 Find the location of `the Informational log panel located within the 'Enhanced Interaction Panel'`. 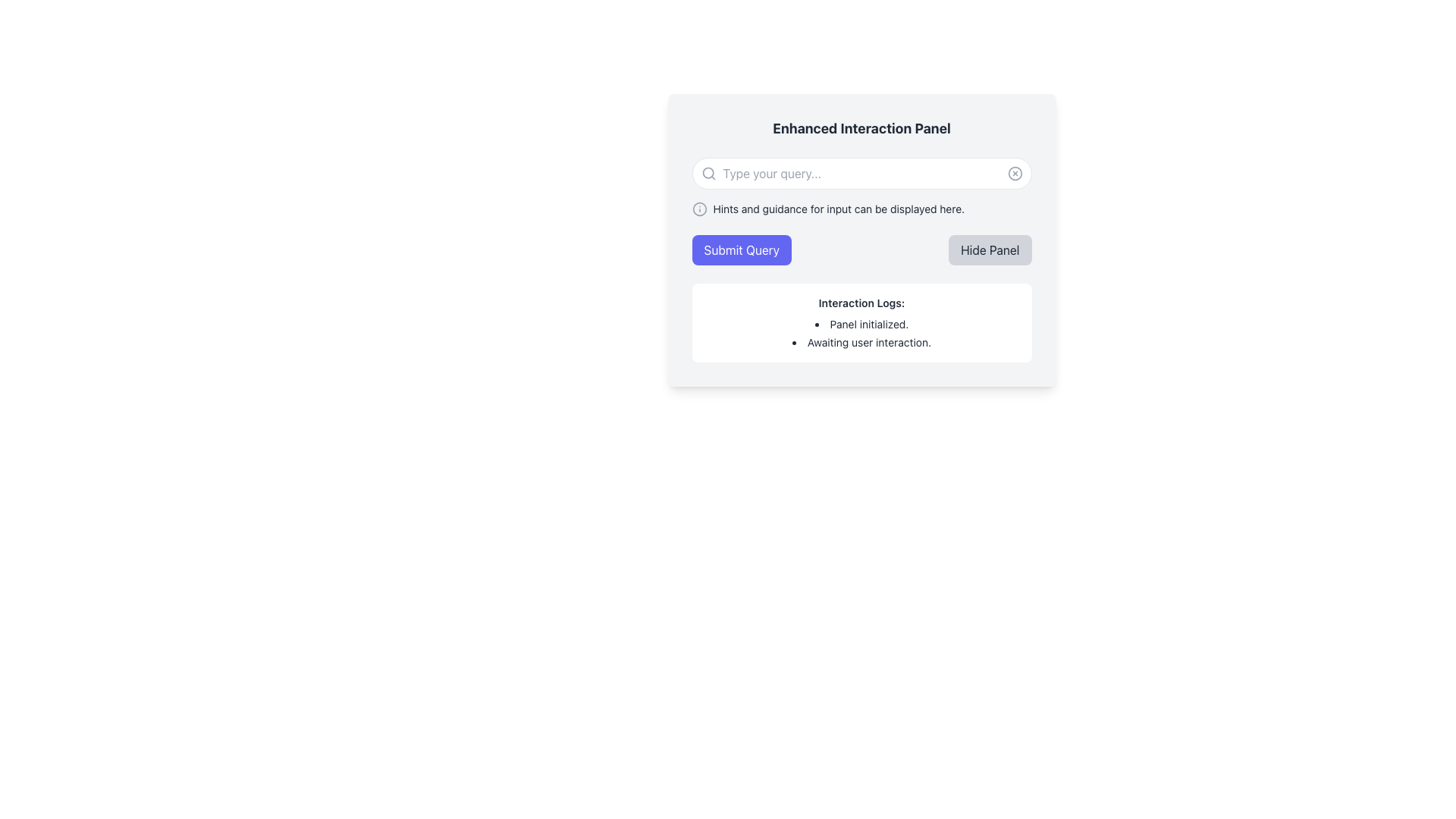

the Informational log panel located within the 'Enhanced Interaction Panel' is located at coordinates (861, 322).